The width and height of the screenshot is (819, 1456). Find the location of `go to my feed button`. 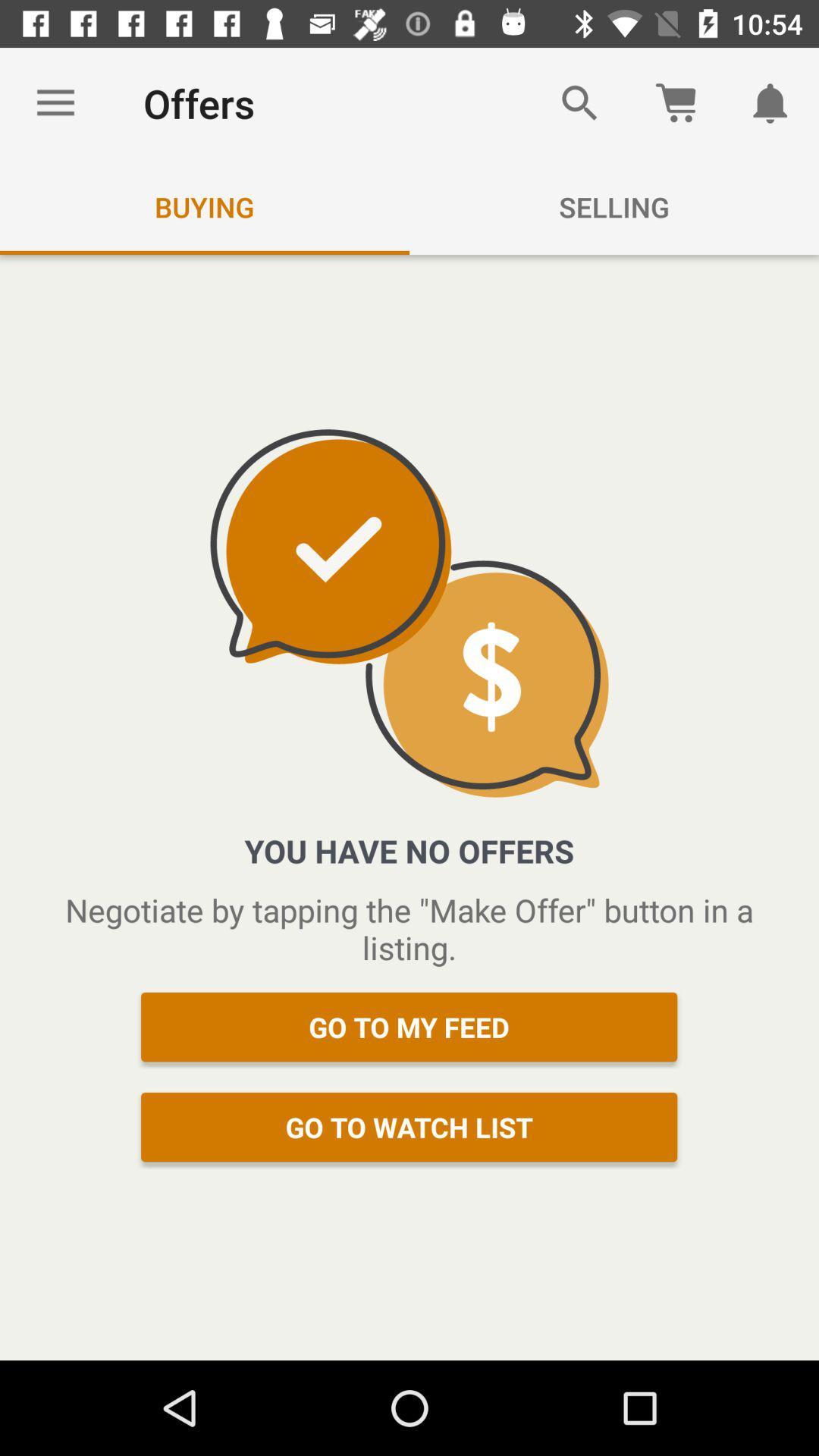

go to my feed button is located at coordinates (409, 1027).